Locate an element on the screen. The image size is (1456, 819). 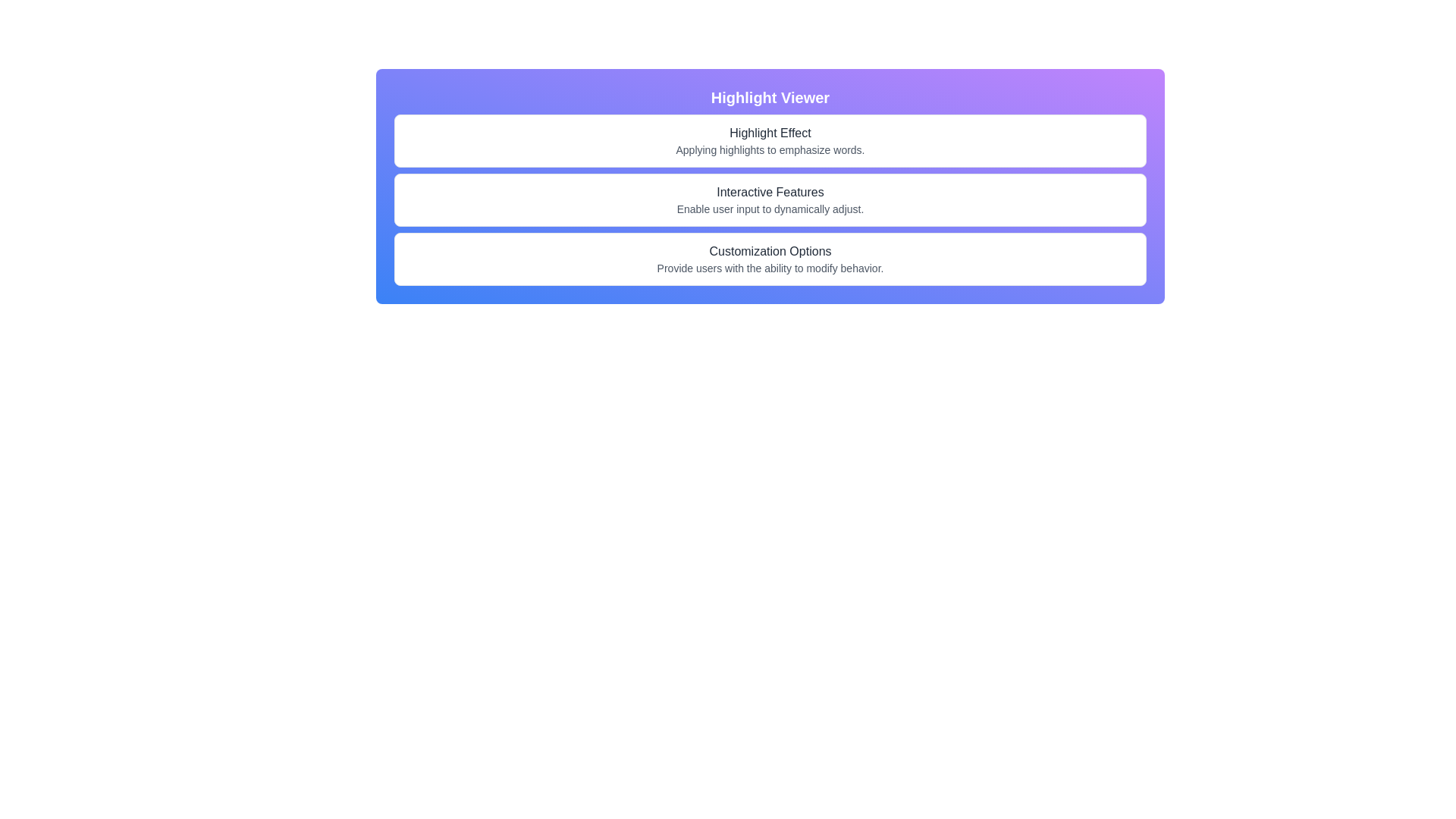
the second lowercase letter 'i' in the text 'Customization Options', which is underlined and black in color, located at the bottom section of the interface is located at coordinates (809, 250).